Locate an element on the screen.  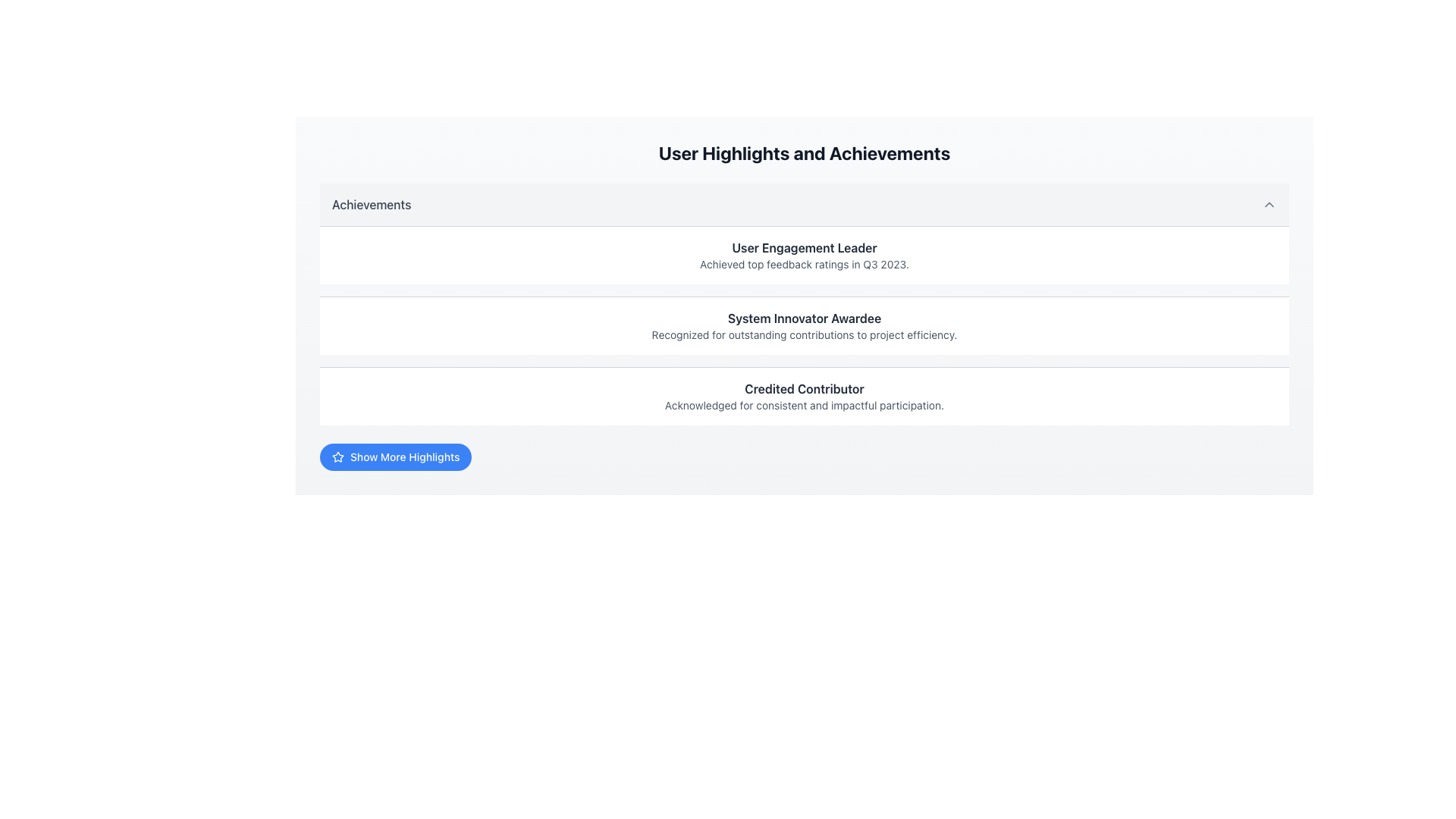
the Card panel that displays an achievement or accolade, positioned at the bottom of the 'User Highlights and Achievements' section is located at coordinates (803, 395).